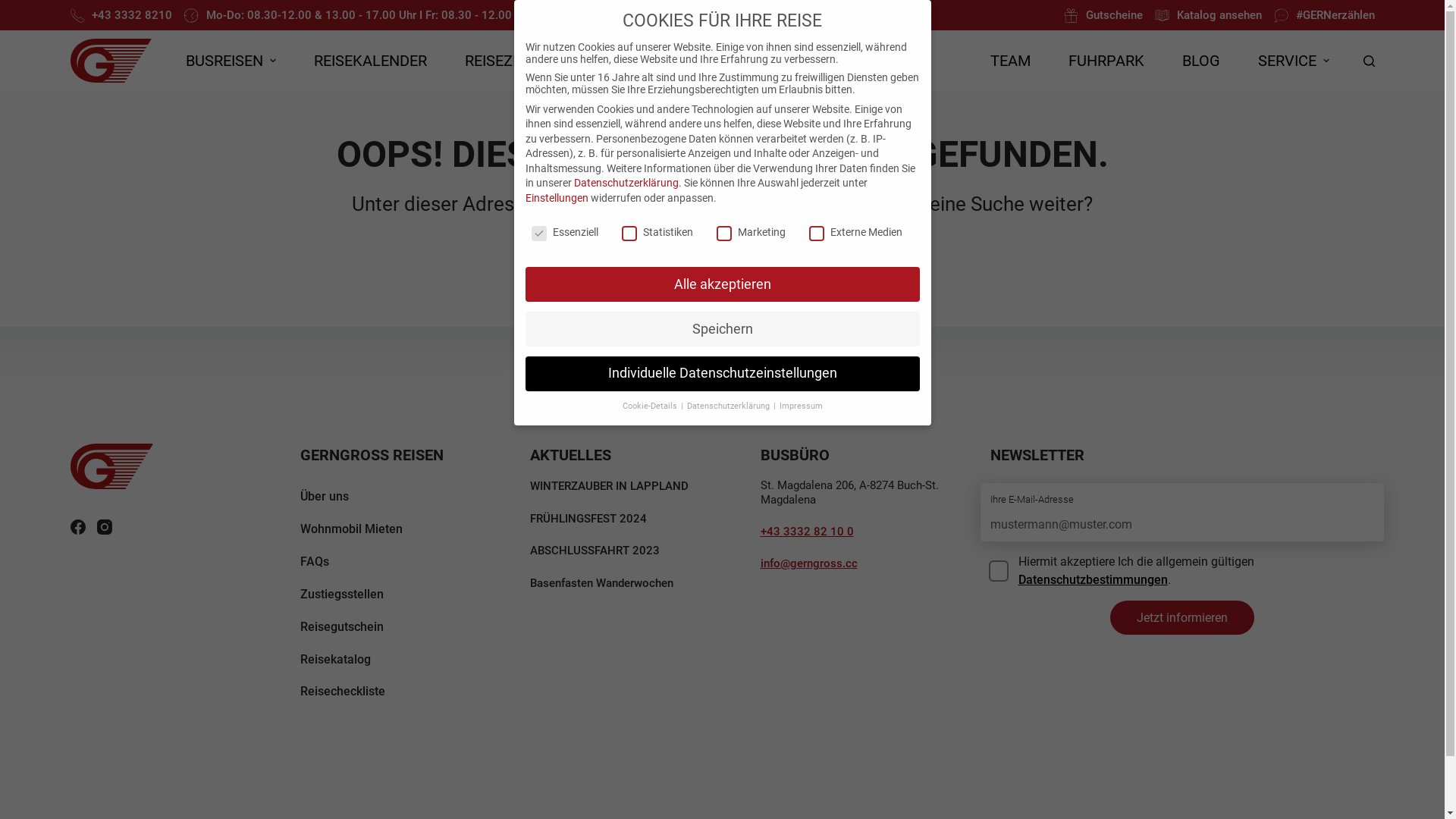 This screenshot has width=1456, height=819. I want to click on 'FAQs', so click(313, 561).